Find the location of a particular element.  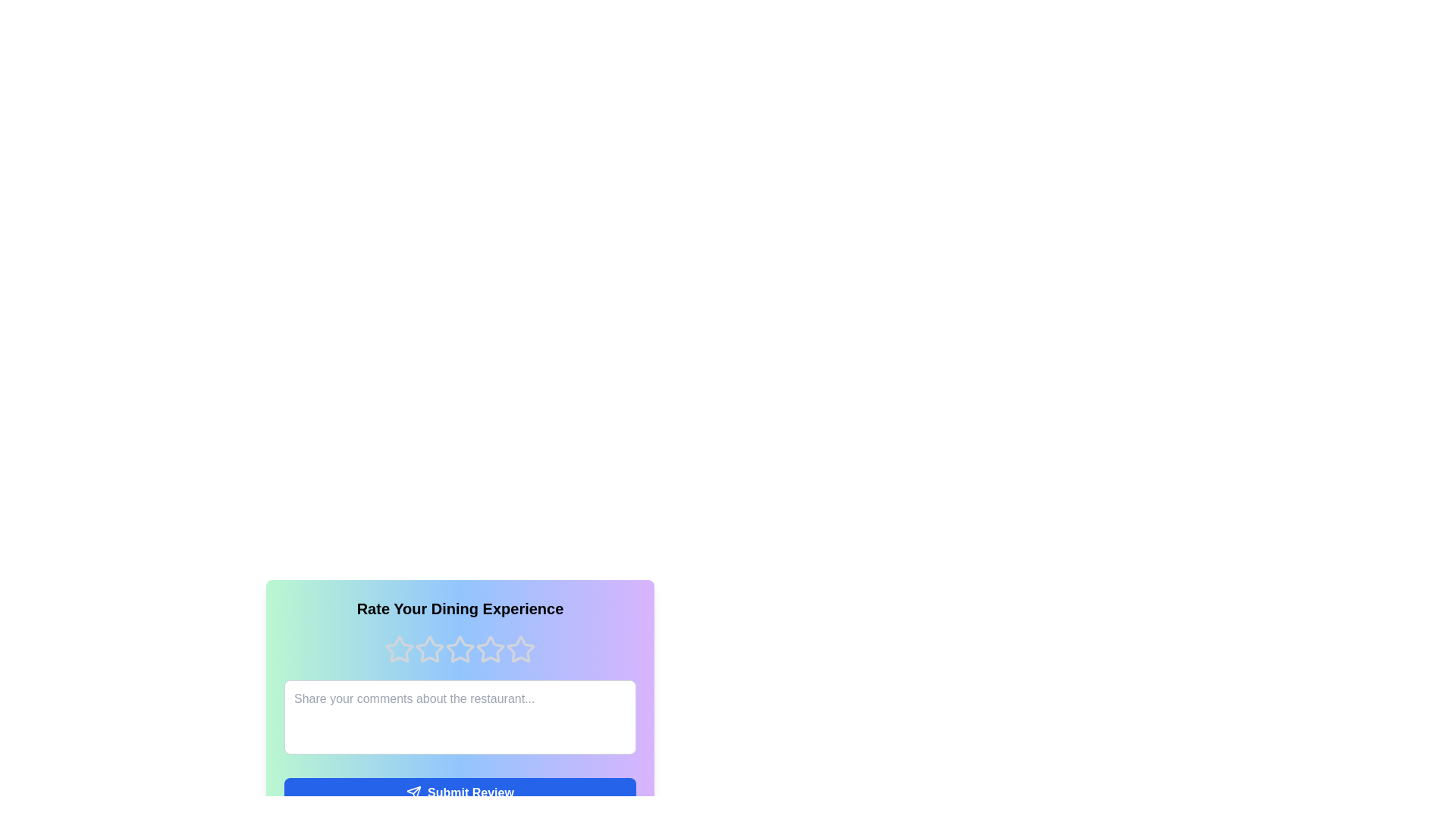

the second rating star is located at coordinates (428, 648).